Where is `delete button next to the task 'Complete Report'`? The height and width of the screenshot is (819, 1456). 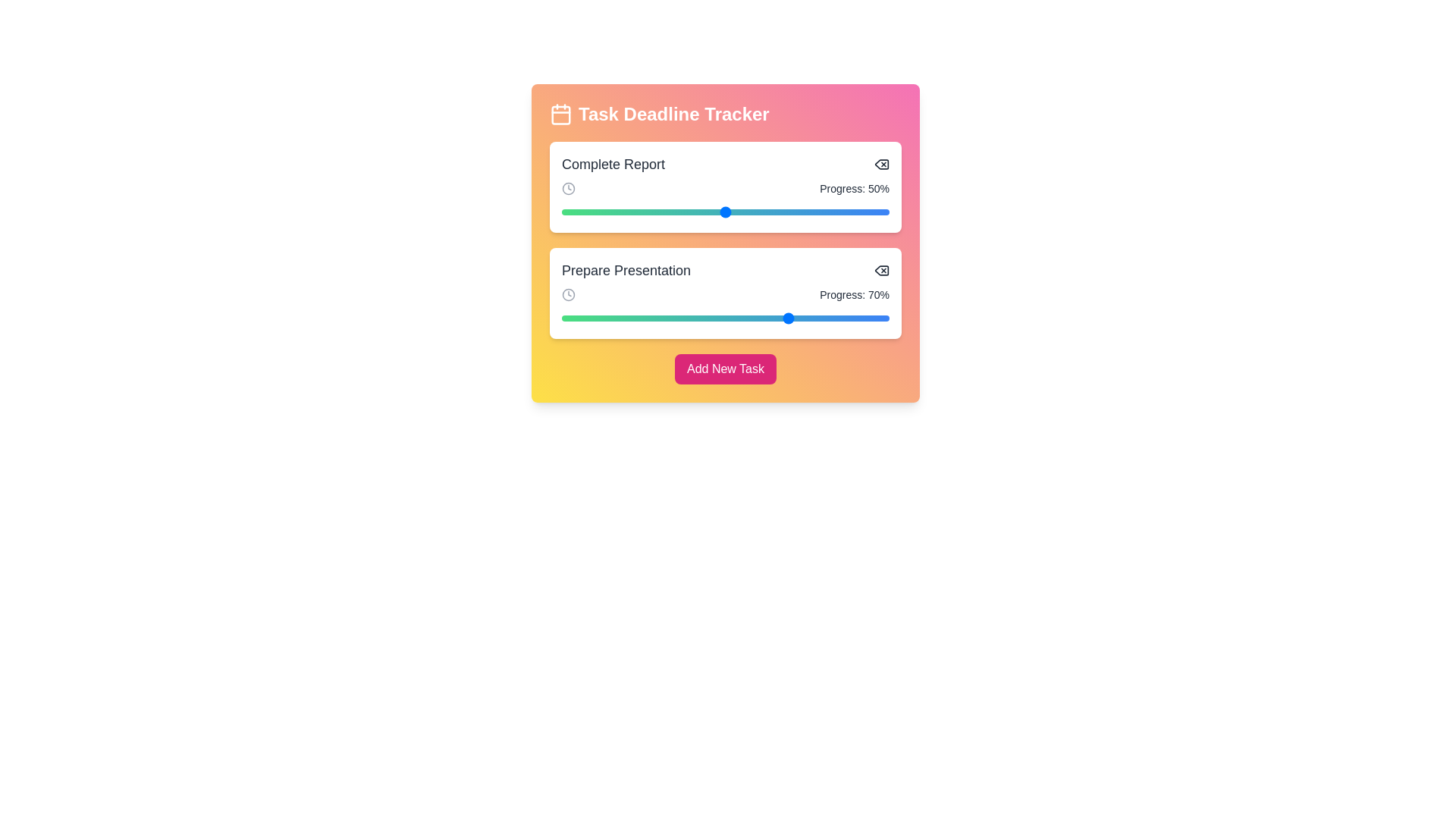 delete button next to the task 'Complete Report' is located at coordinates (881, 164).